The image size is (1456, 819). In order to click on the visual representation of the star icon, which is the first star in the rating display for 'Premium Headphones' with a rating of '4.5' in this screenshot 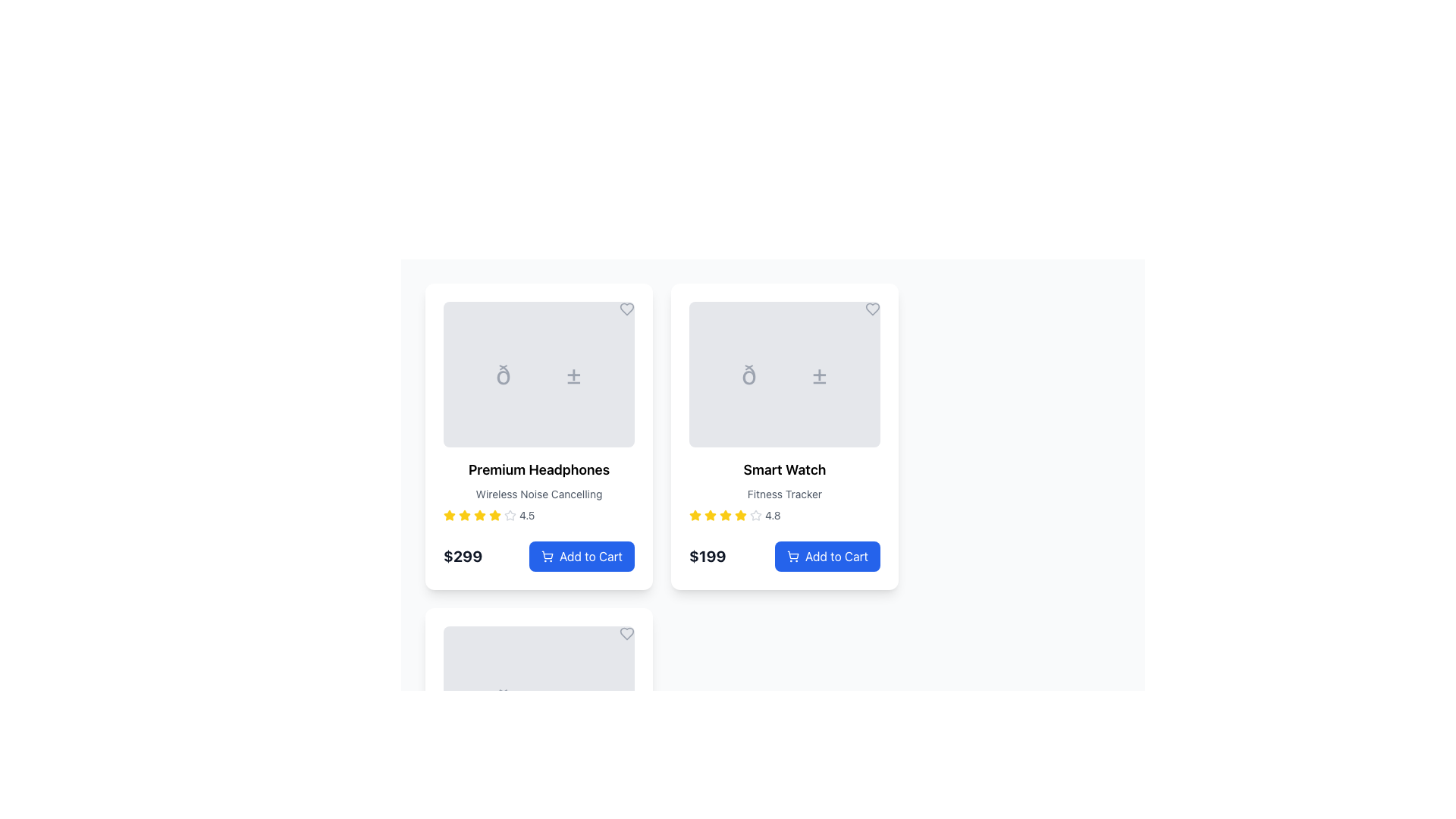, I will do `click(449, 514)`.